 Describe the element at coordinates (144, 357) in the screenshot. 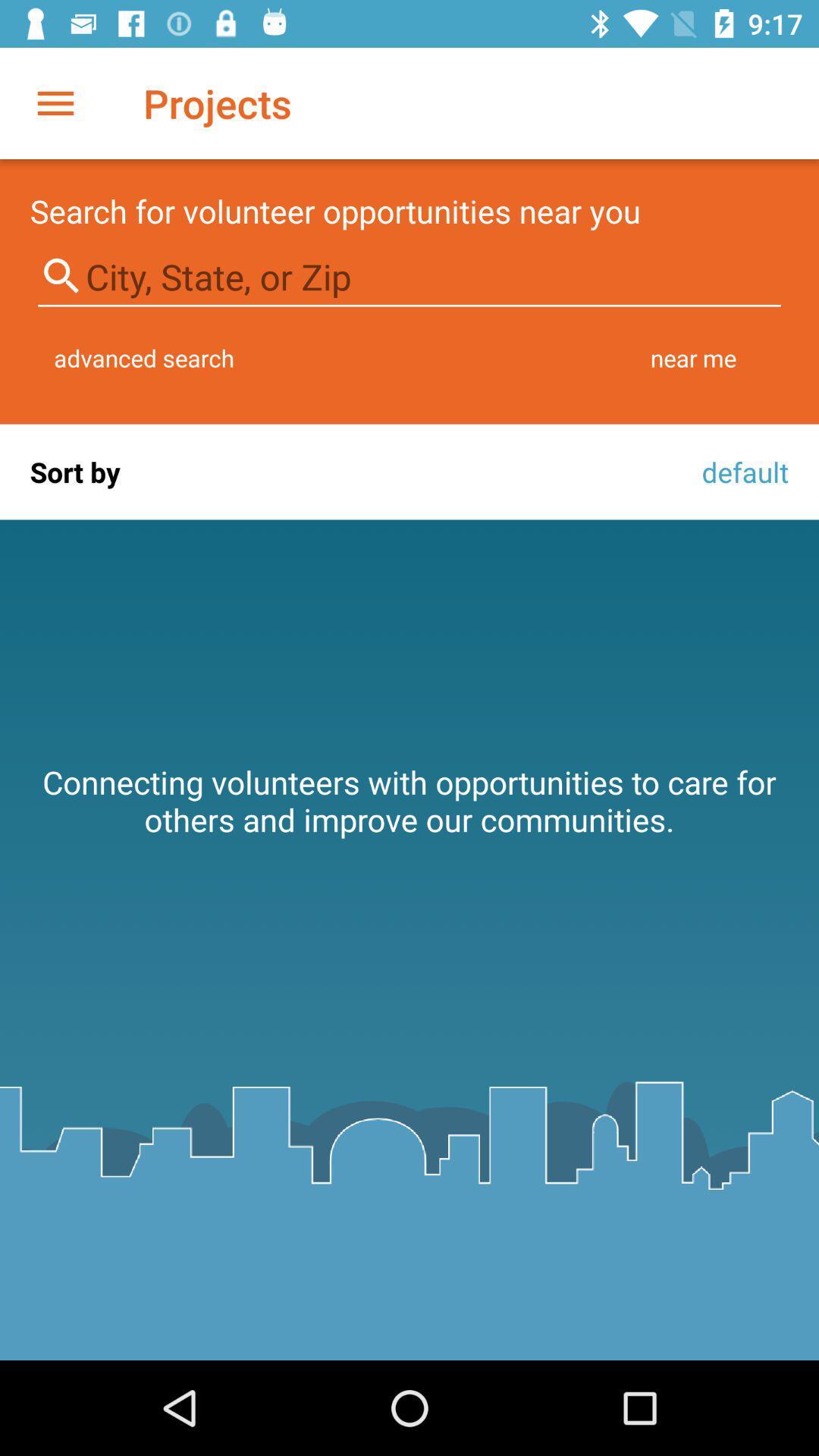

I see `advanced search icon` at that location.